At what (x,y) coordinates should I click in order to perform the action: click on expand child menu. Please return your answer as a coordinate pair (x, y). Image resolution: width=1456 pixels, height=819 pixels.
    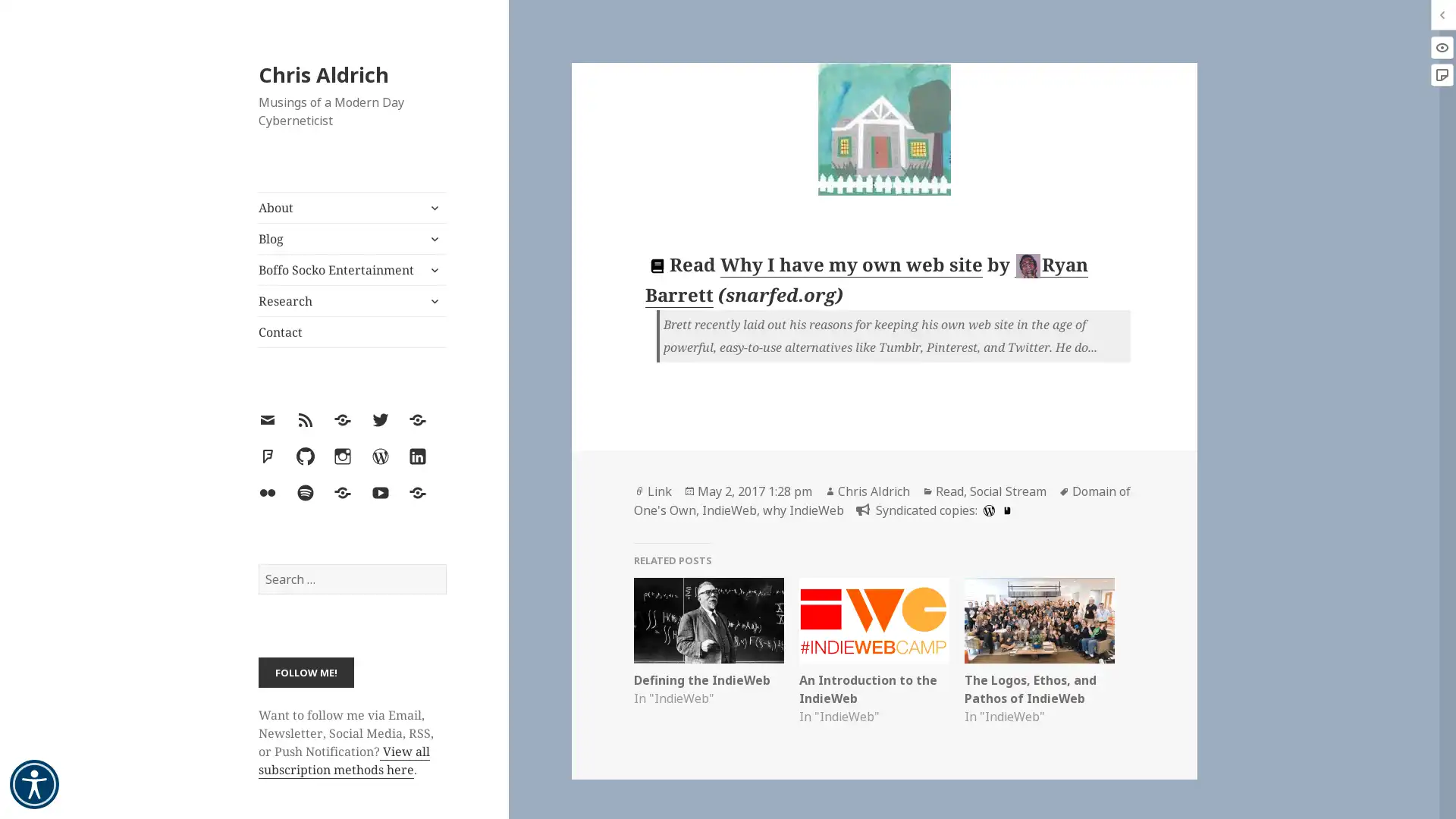
    Looking at the image, I should click on (432, 239).